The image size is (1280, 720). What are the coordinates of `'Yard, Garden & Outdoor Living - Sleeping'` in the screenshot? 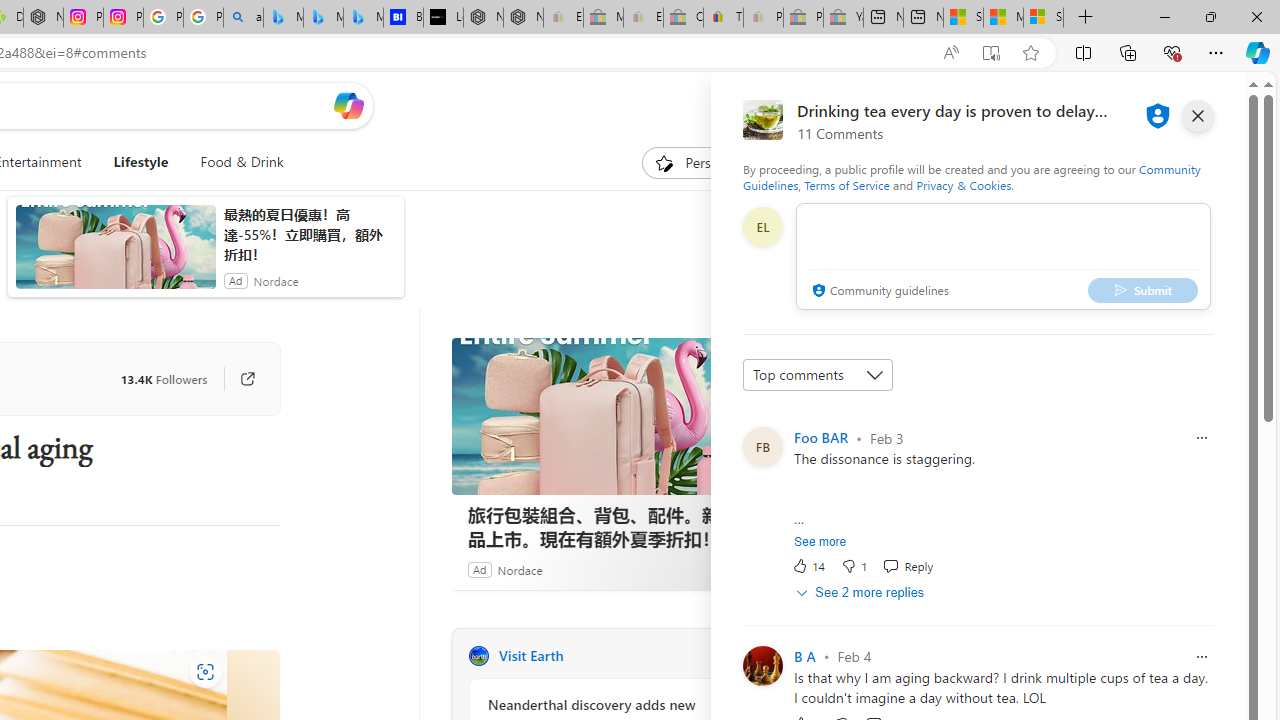 It's located at (843, 17).